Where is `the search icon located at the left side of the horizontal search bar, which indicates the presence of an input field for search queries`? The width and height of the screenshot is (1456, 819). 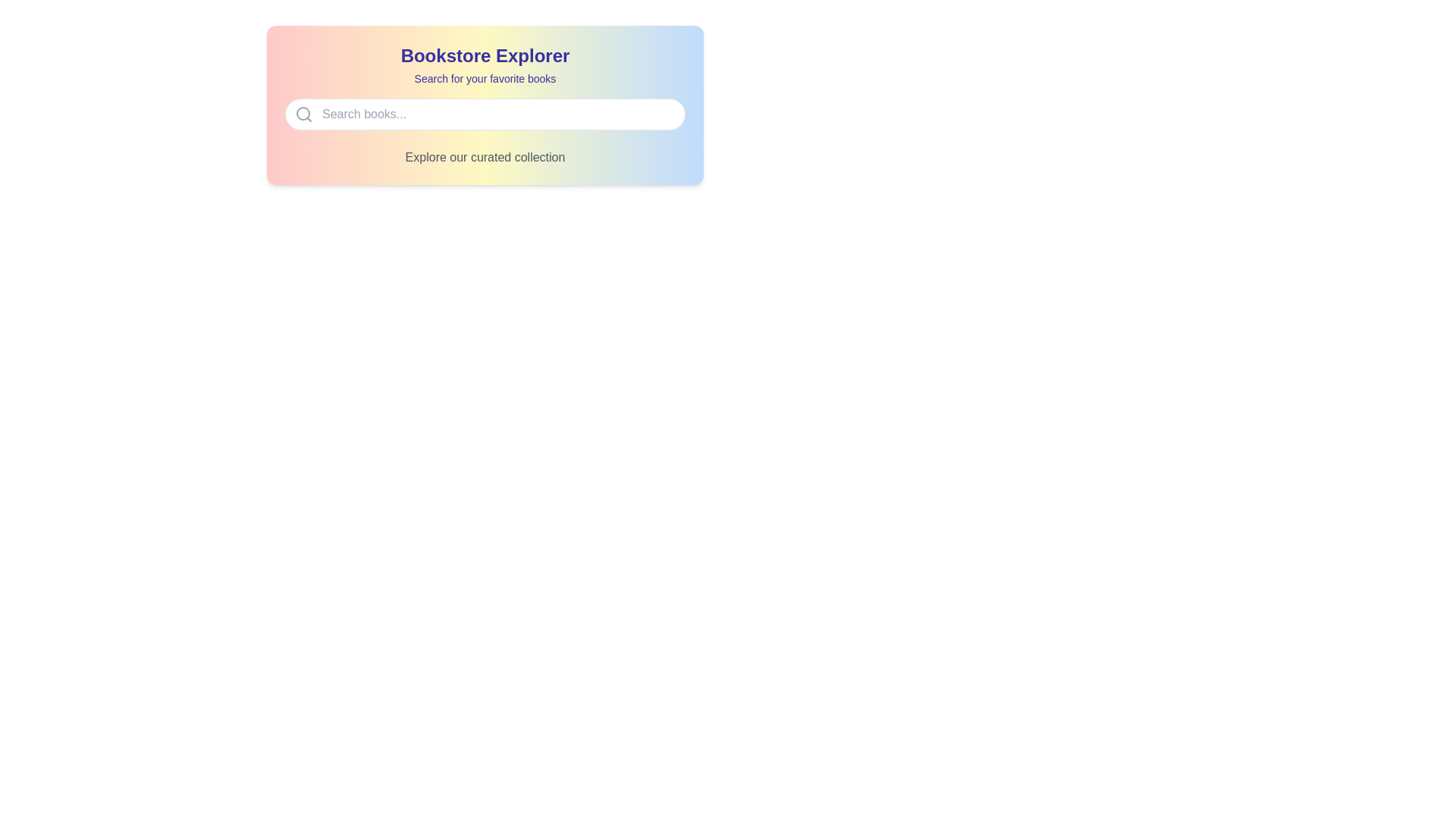 the search icon located at the left side of the horizontal search bar, which indicates the presence of an input field for search queries is located at coordinates (303, 113).